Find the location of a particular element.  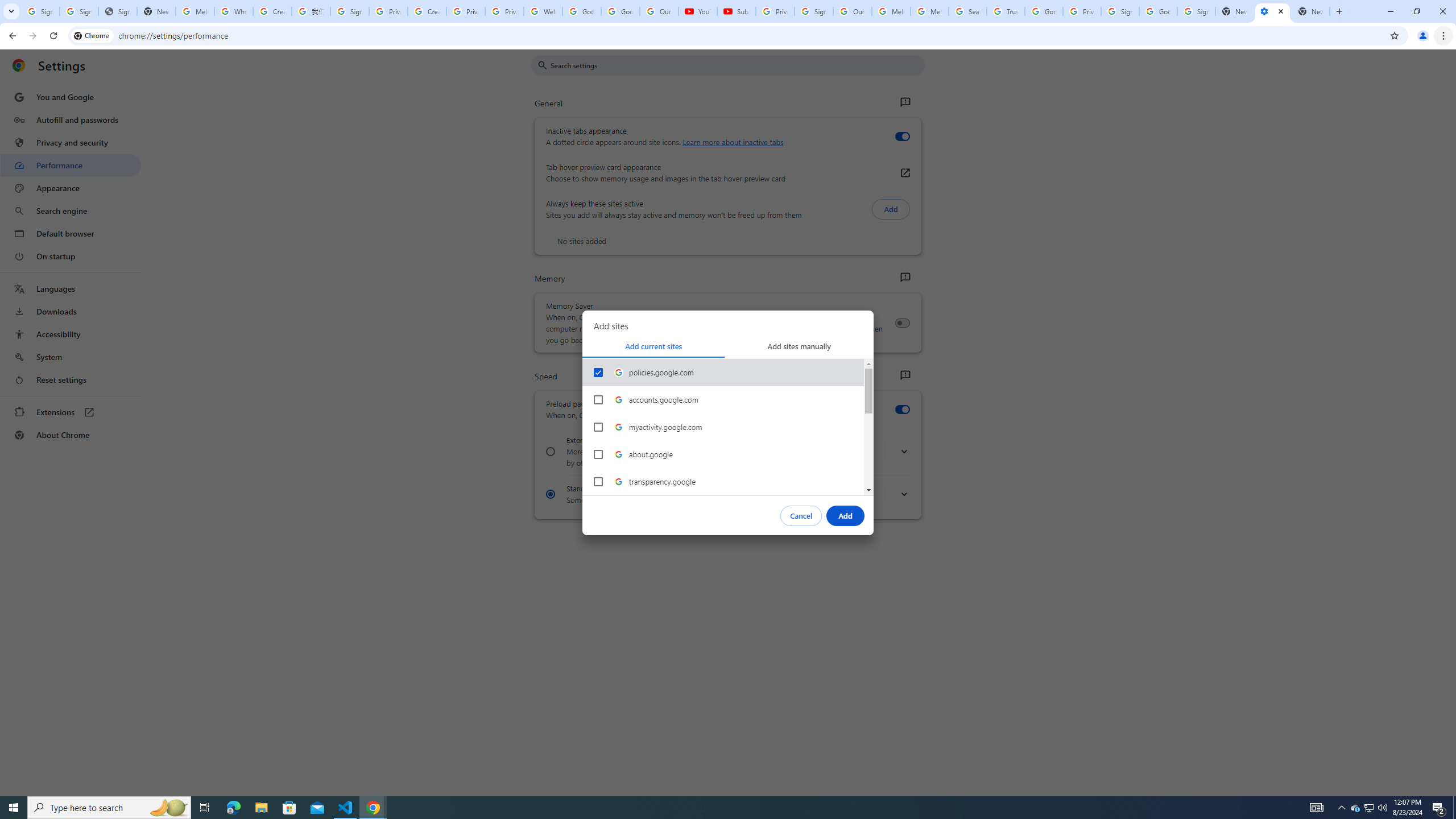

'Settings - Performance' is located at coordinates (1272, 11).